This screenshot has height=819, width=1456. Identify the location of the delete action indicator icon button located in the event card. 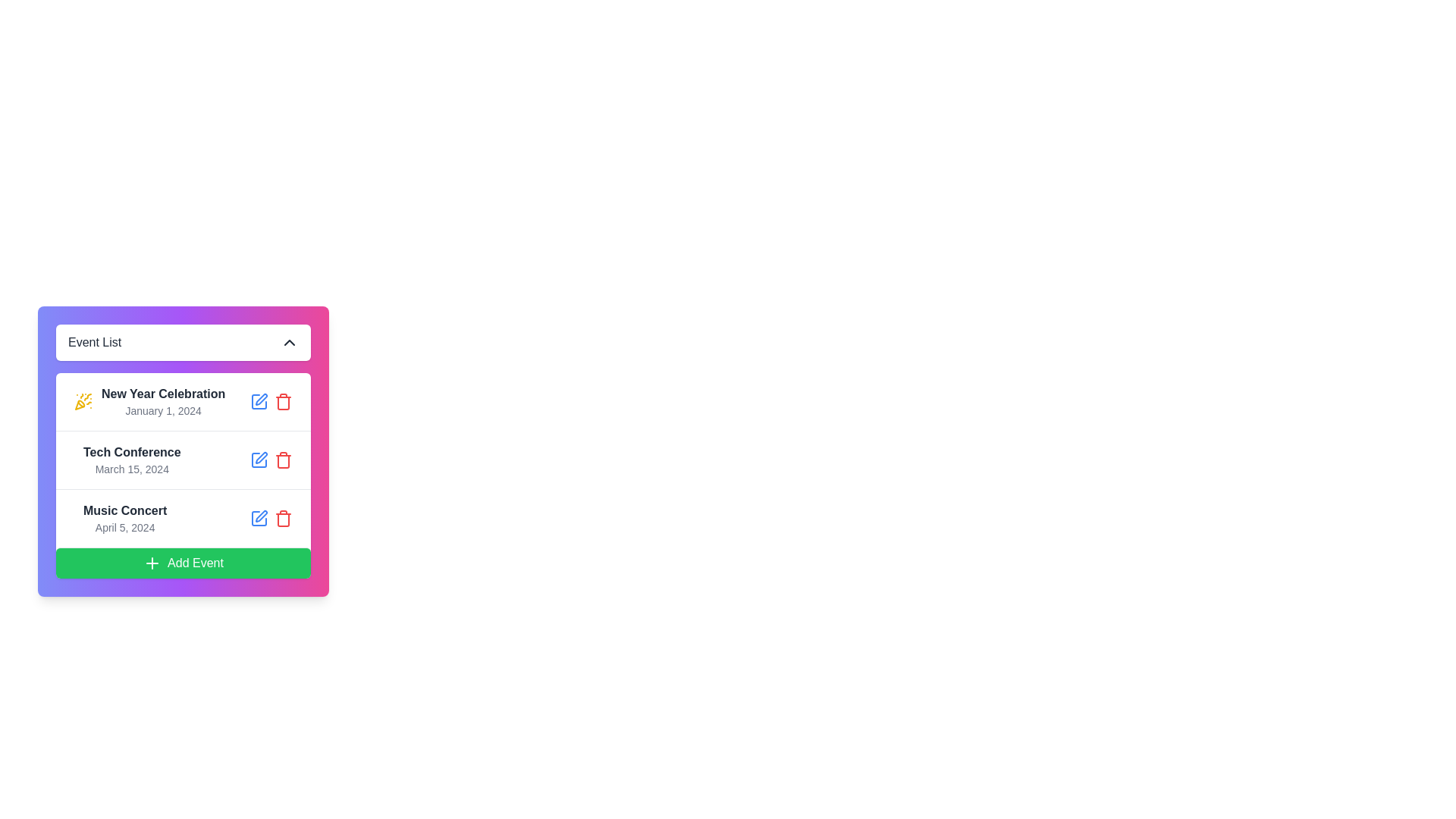
(284, 517).